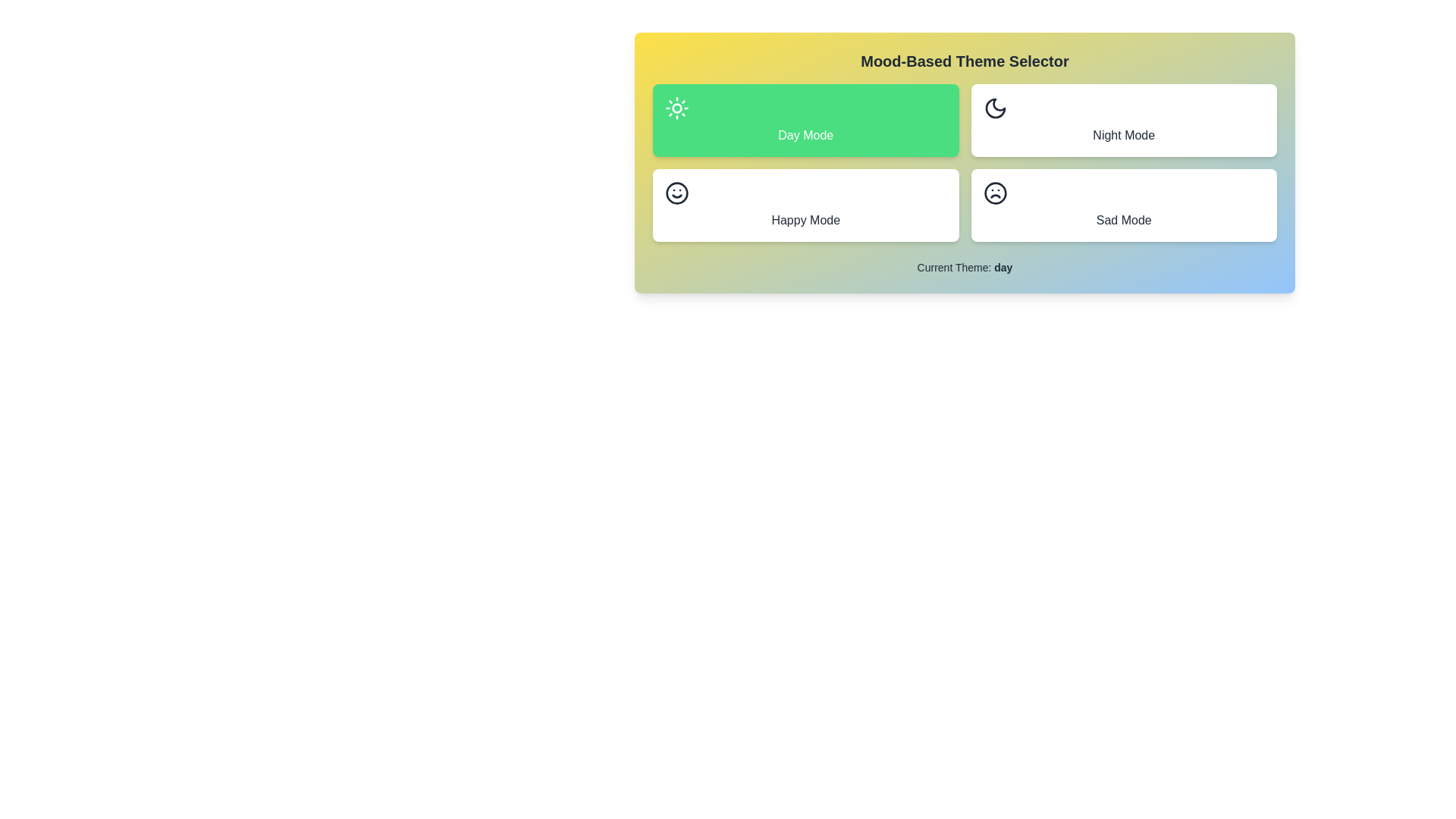 This screenshot has width=1456, height=819. What do you see at coordinates (805, 119) in the screenshot?
I see `the theme day by clicking on its corresponding button` at bounding box center [805, 119].